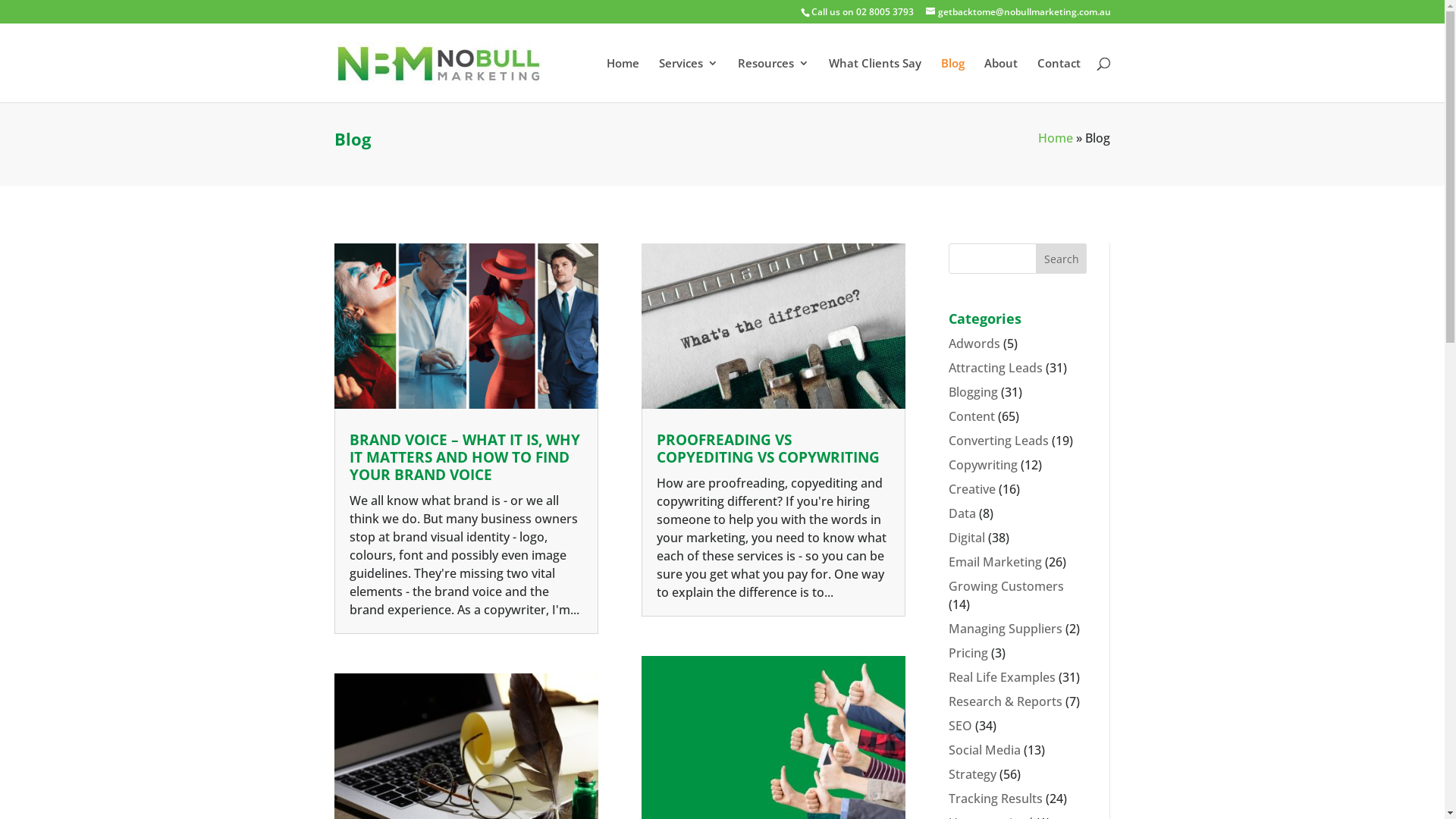  Describe the element at coordinates (948, 676) in the screenshot. I see `'Real Life Examples'` at that location.